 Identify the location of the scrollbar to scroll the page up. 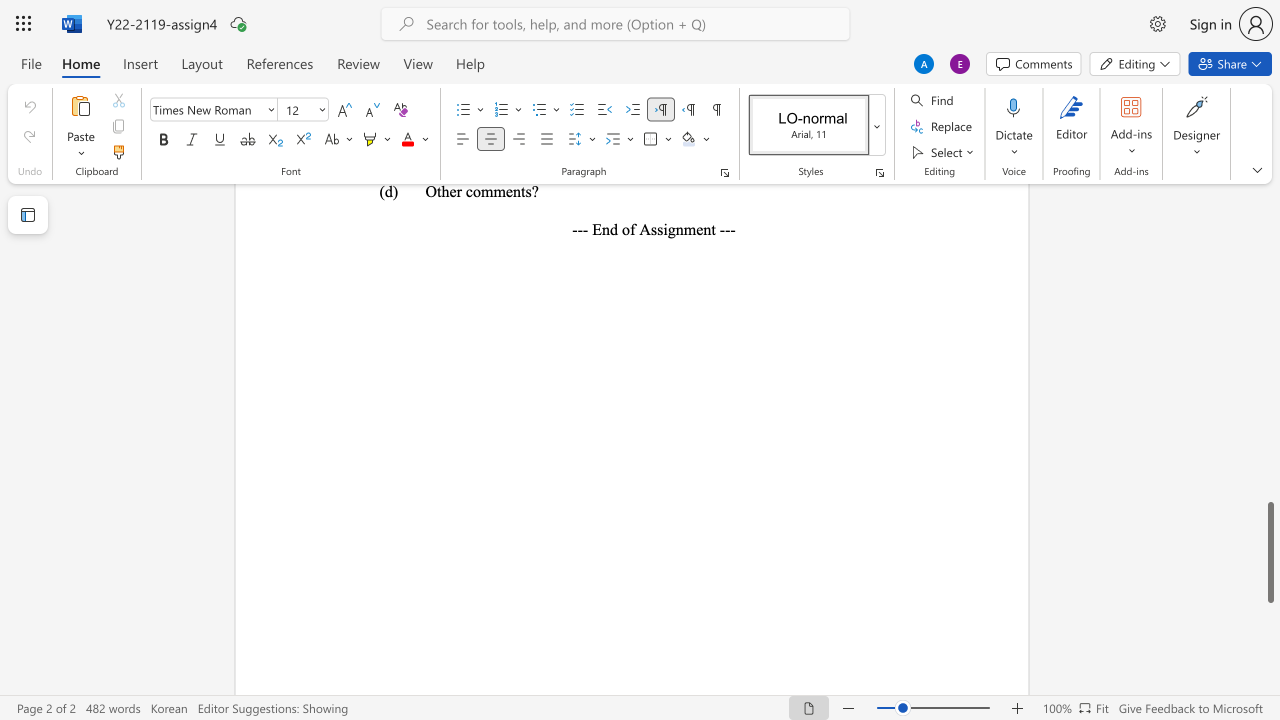
(1269, 470).